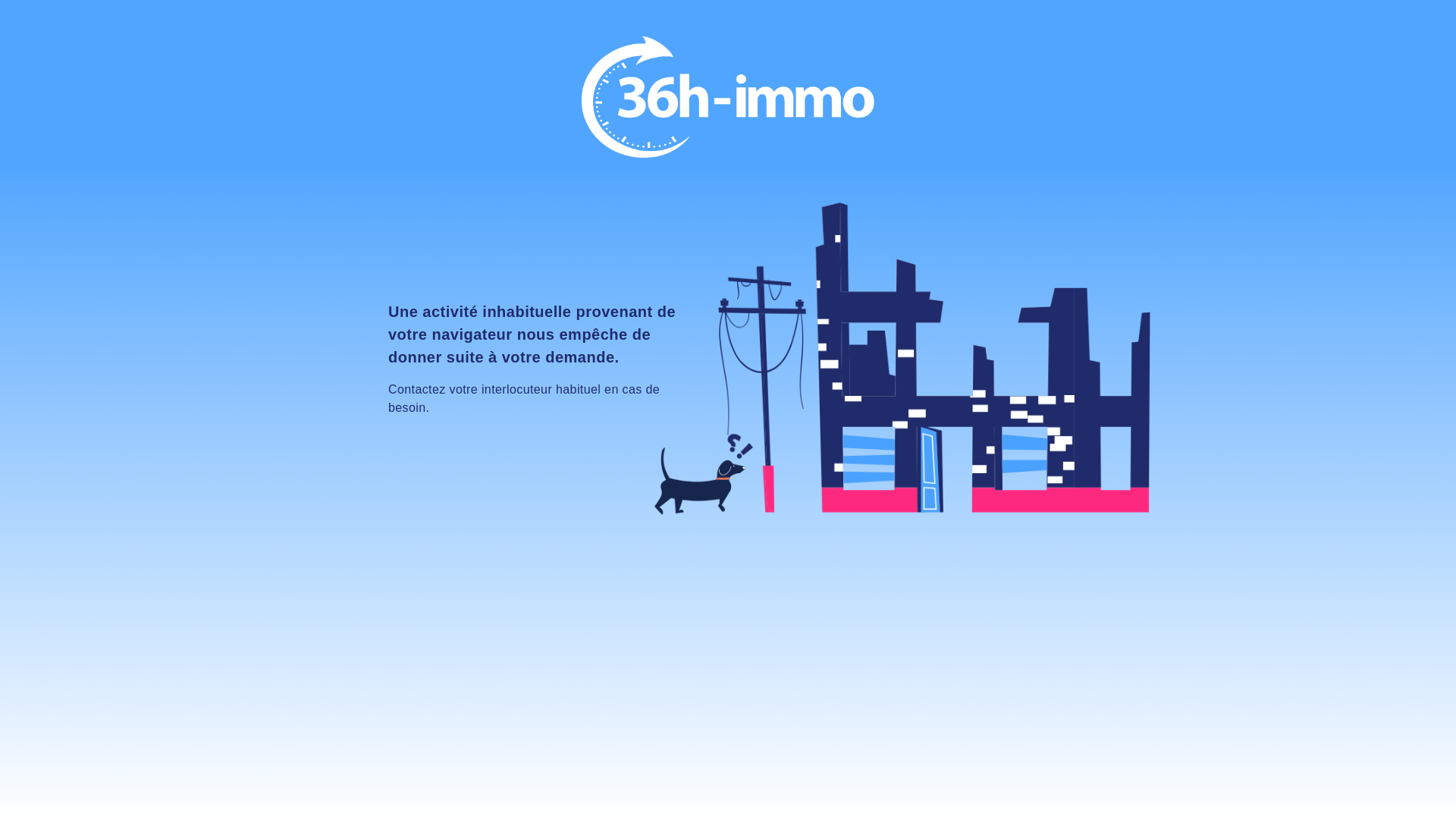 The width and height of the screenshot is (1456, 819). Describe the element at coordinates (728, 96) in the screenshot. I see `'Accueil'` at that location.